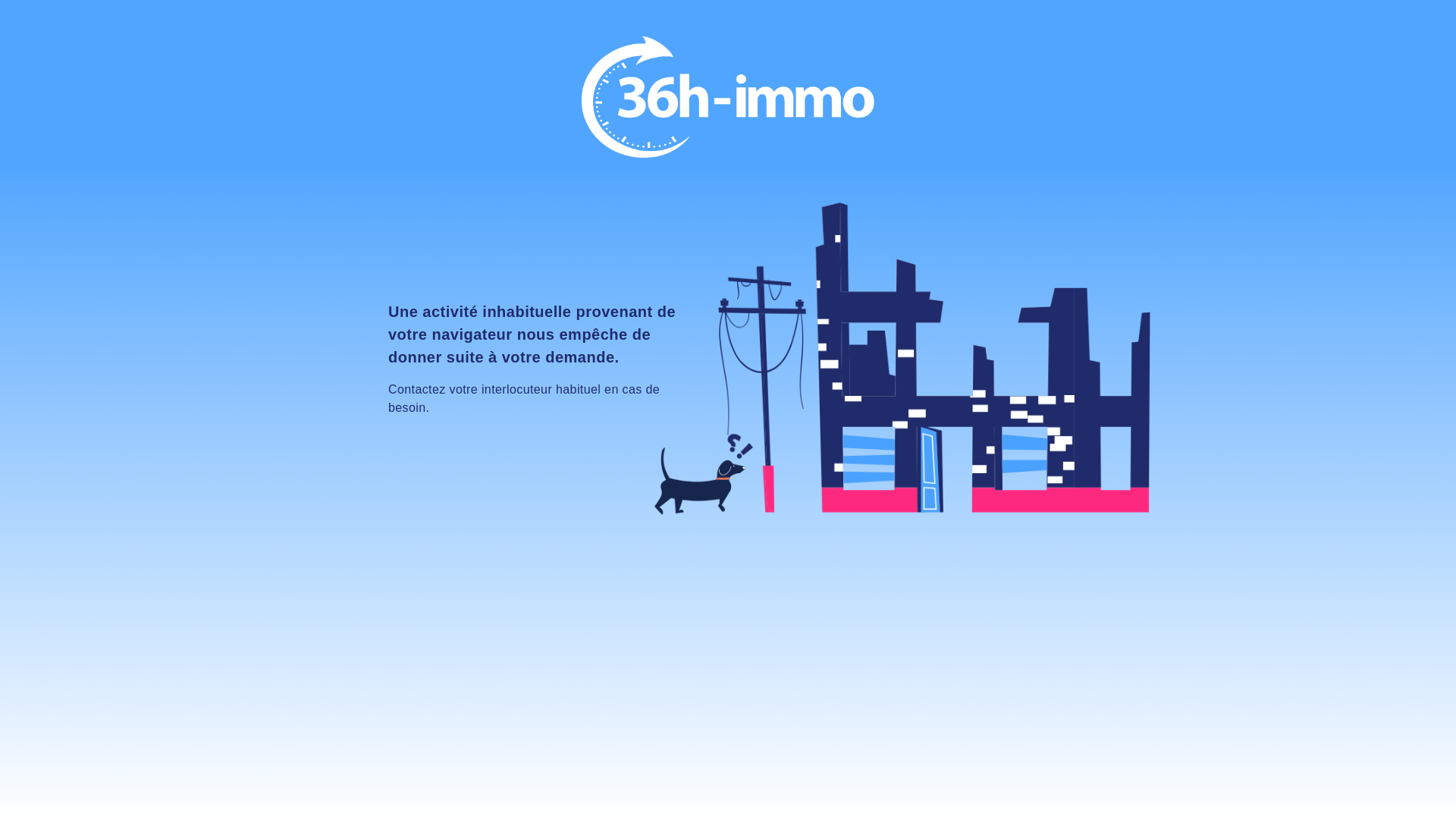 The width and height of the screenshot is (1456, 819). Describe the element at coordinates (728, 96) in the screenshot. I see `'Accueil'` at that location.